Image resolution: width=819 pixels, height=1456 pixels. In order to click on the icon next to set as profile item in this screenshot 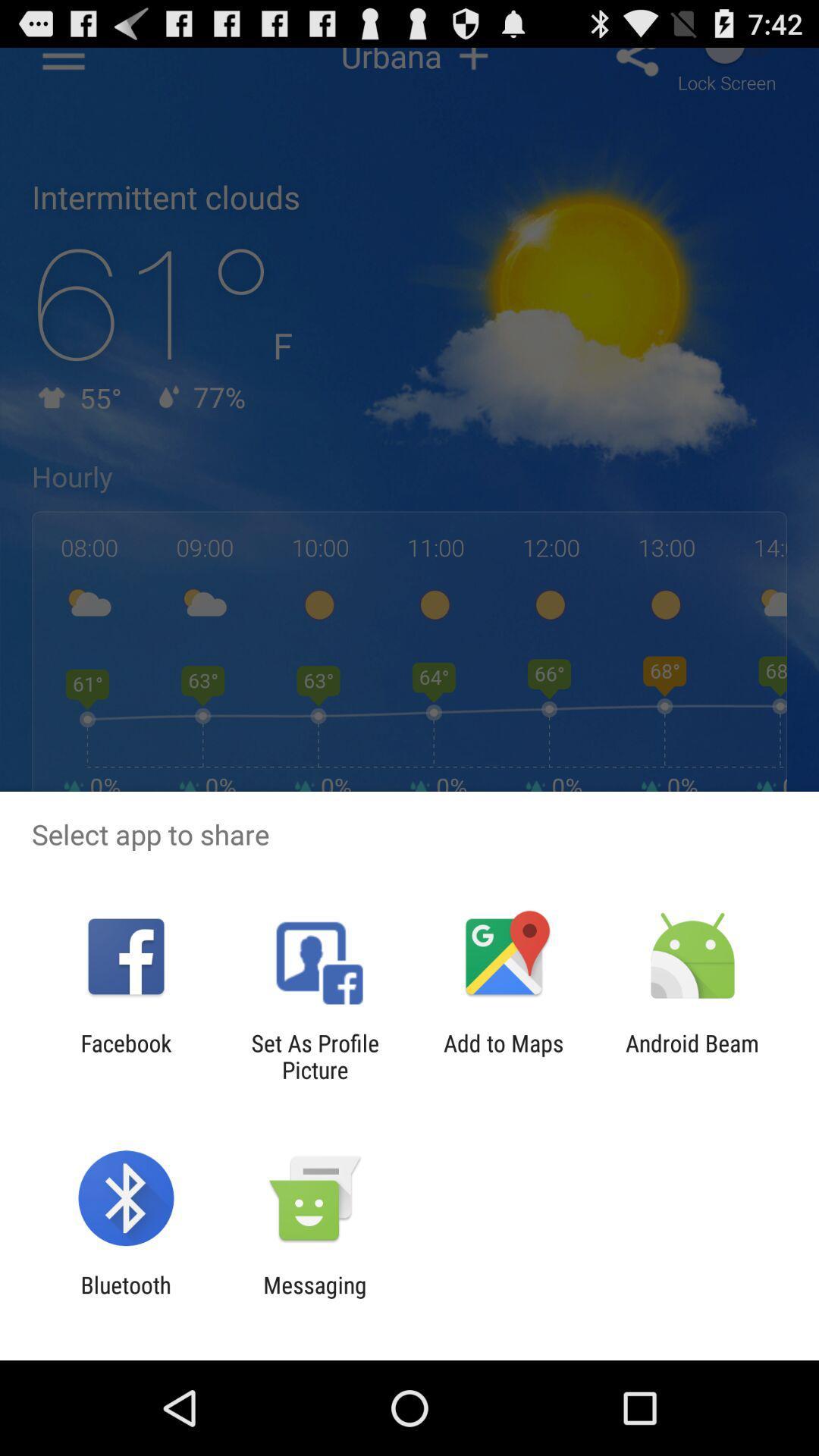, I will do `click(504, 1056)`.